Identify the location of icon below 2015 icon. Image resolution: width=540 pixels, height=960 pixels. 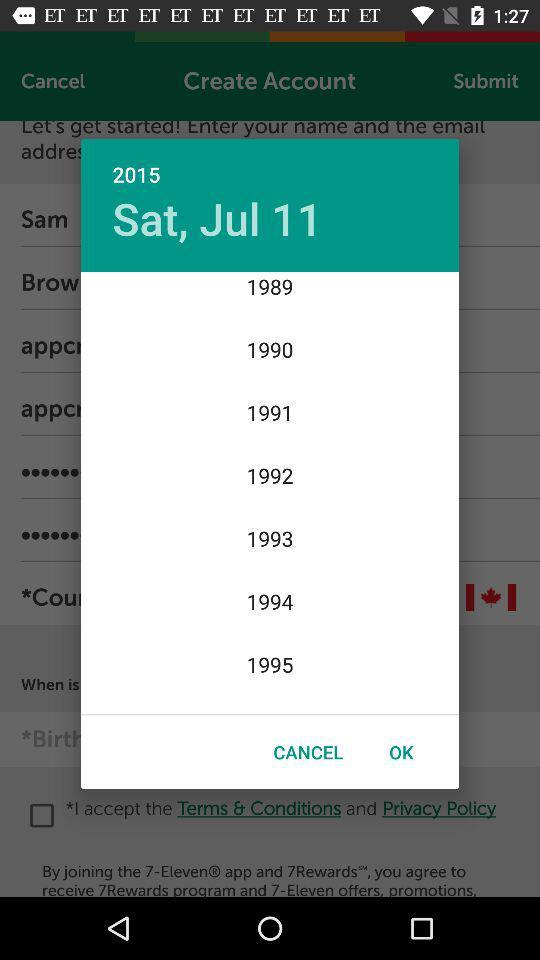
(216, 218).